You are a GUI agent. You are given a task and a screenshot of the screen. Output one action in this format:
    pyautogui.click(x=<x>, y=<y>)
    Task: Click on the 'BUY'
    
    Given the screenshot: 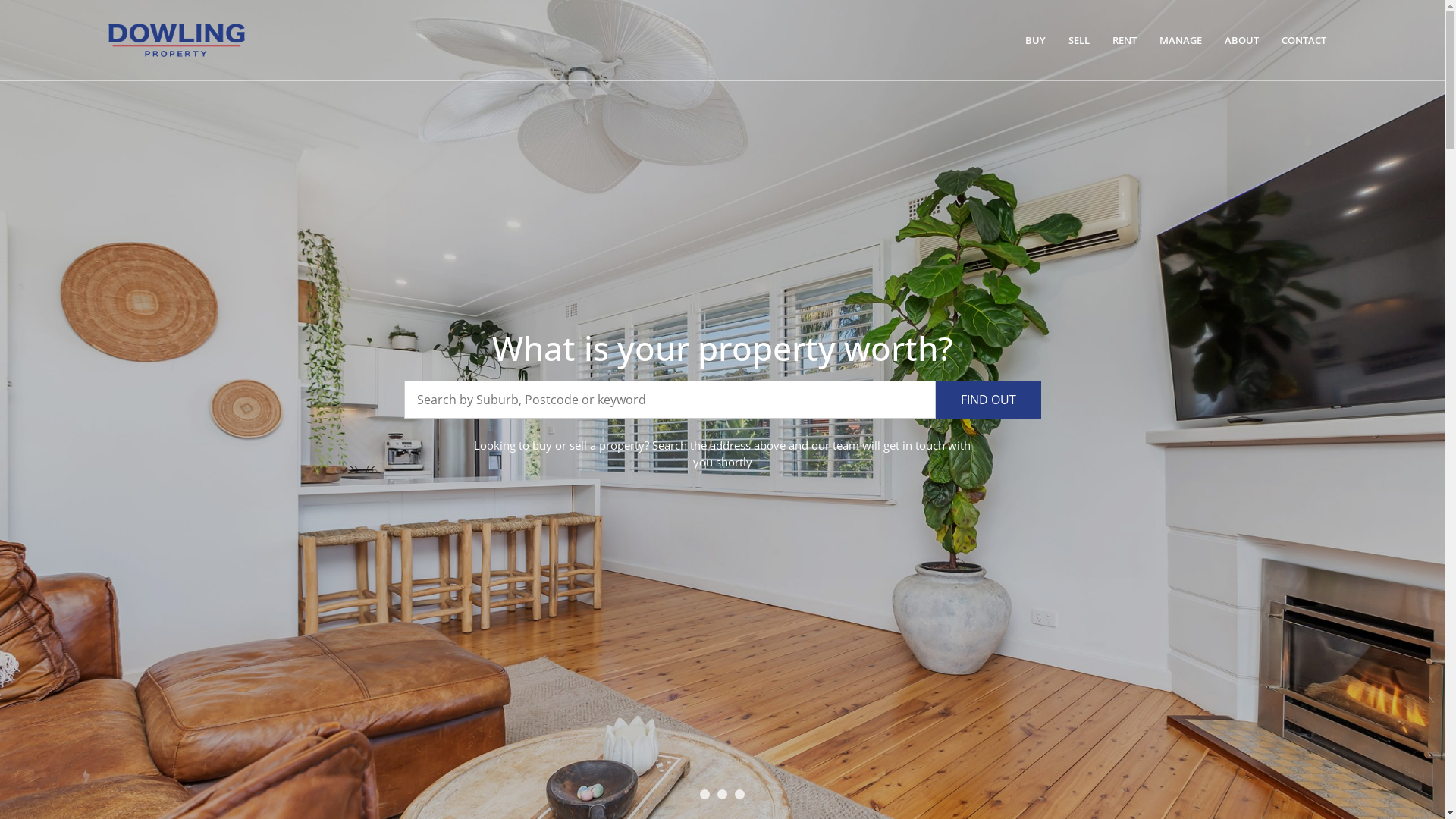 What is the action you would take?
    pyautogui.click(x=1034, y=39)
    